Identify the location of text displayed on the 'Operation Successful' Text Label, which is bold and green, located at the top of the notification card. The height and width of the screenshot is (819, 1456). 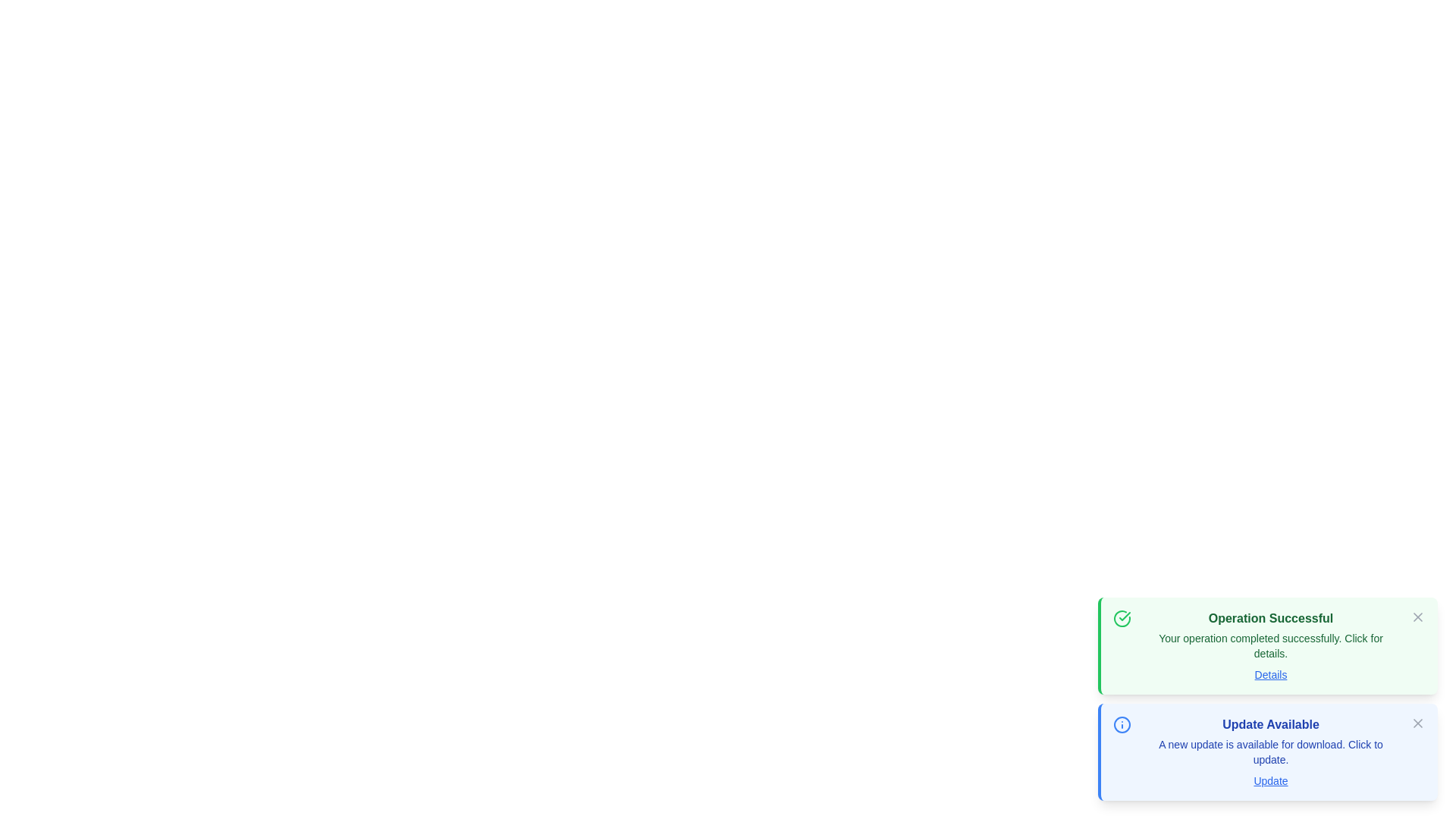
(1270, 619).